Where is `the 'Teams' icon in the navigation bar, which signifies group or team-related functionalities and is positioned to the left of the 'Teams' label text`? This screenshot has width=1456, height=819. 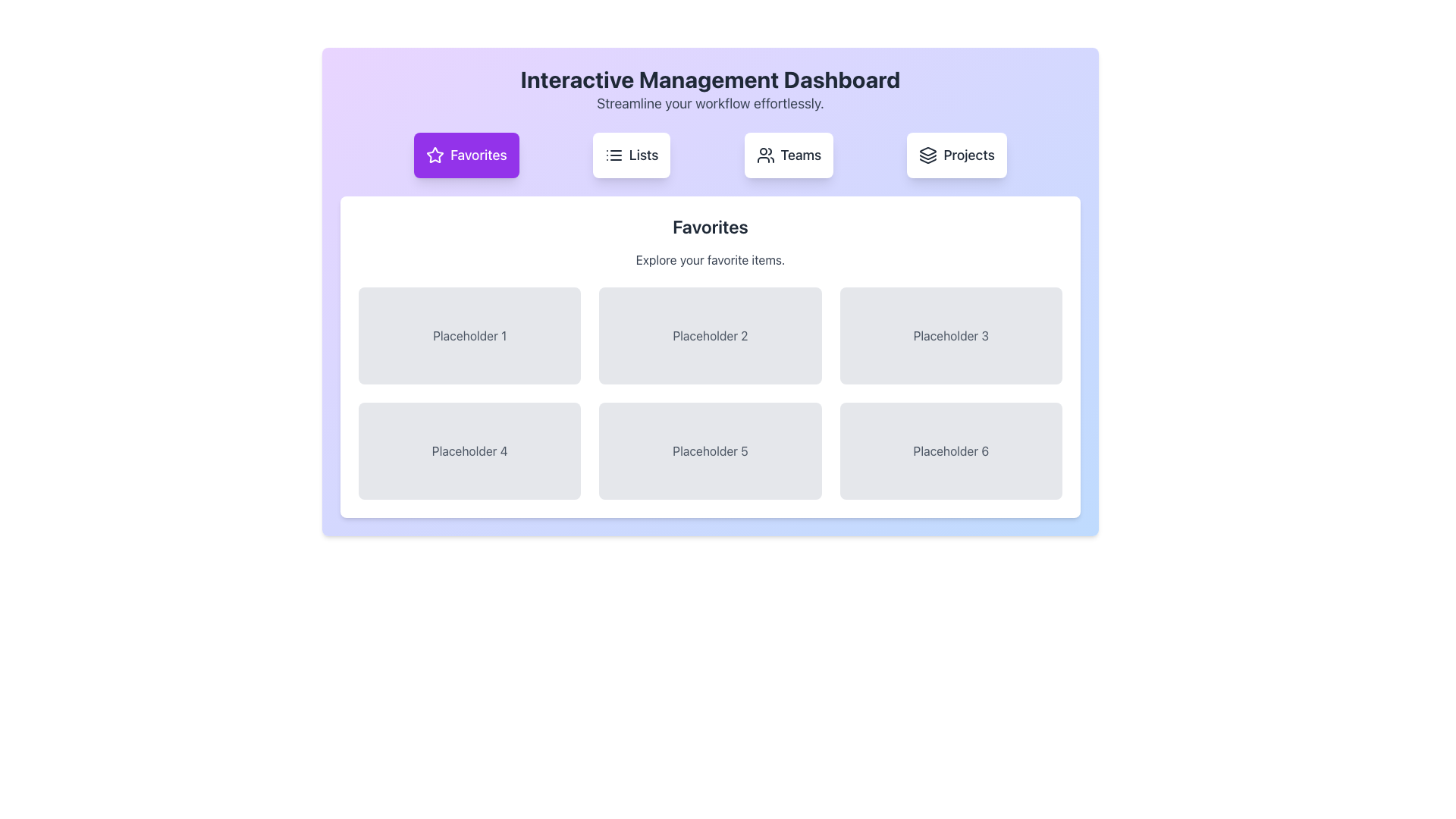
the 'Teams' icon in the navigation bar, which signifies group or team-related functionalities and is positioned to the left of the 'Teams' label text is located at coordinates (765, 155).